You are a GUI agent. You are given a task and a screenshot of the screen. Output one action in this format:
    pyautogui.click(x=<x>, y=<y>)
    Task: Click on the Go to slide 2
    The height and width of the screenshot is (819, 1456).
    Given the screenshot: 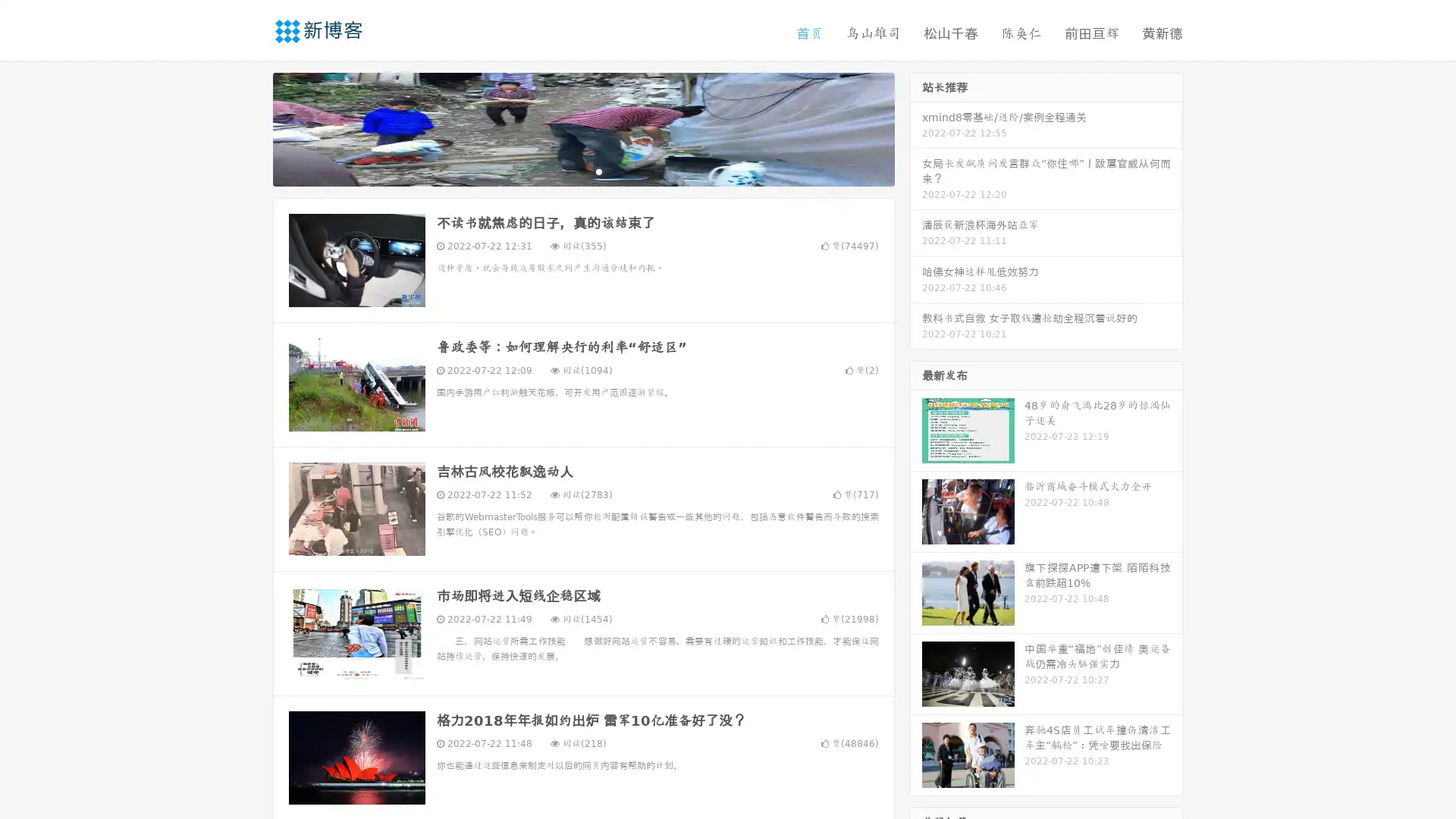 What is the action you would take?
    pyautogui.click(x=582, y=171)
    